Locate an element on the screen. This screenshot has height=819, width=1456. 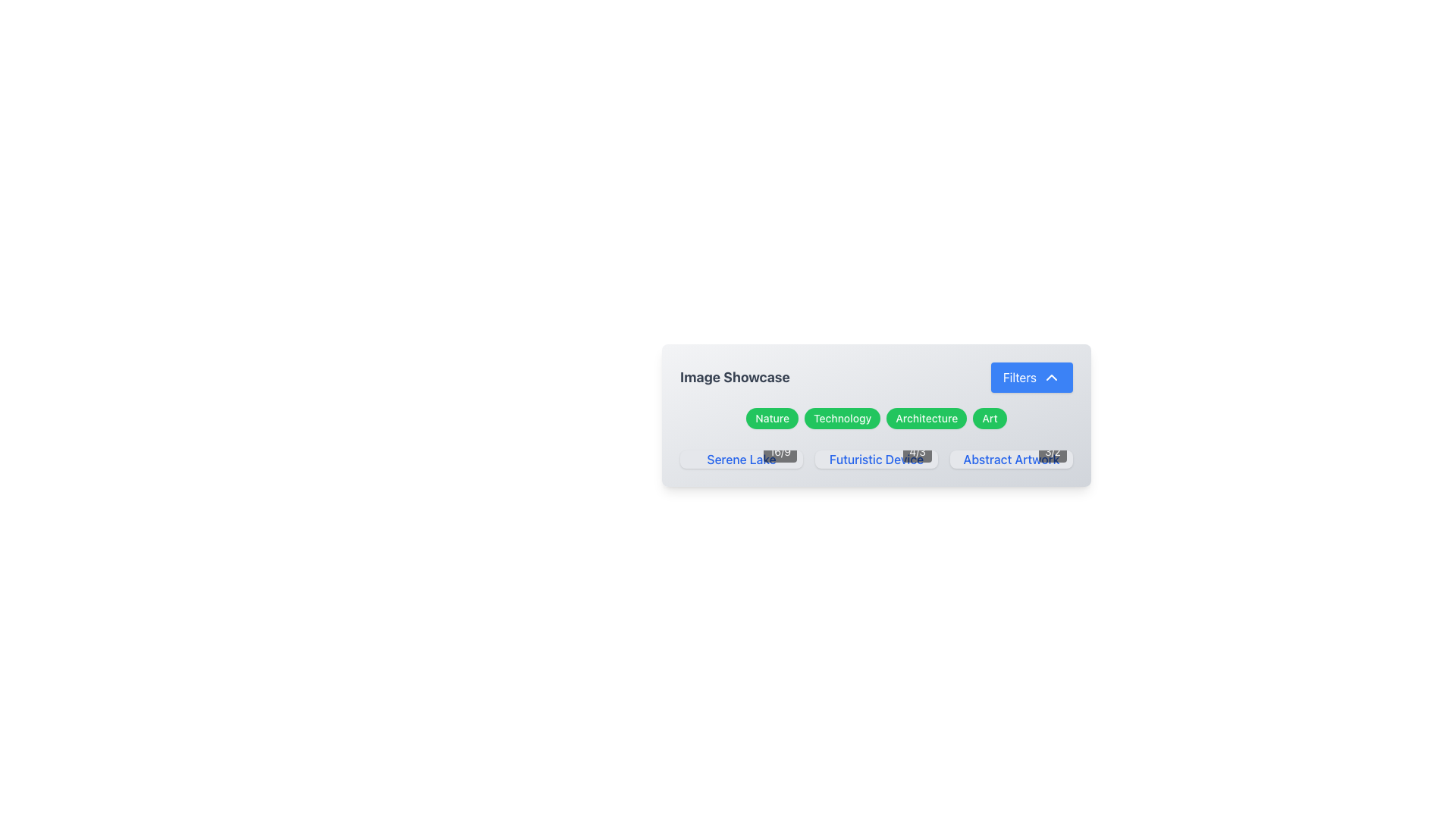
the 'Futuristic Device' Card component located in the 'Image Showcase' section is located at coordinates (877, 458).